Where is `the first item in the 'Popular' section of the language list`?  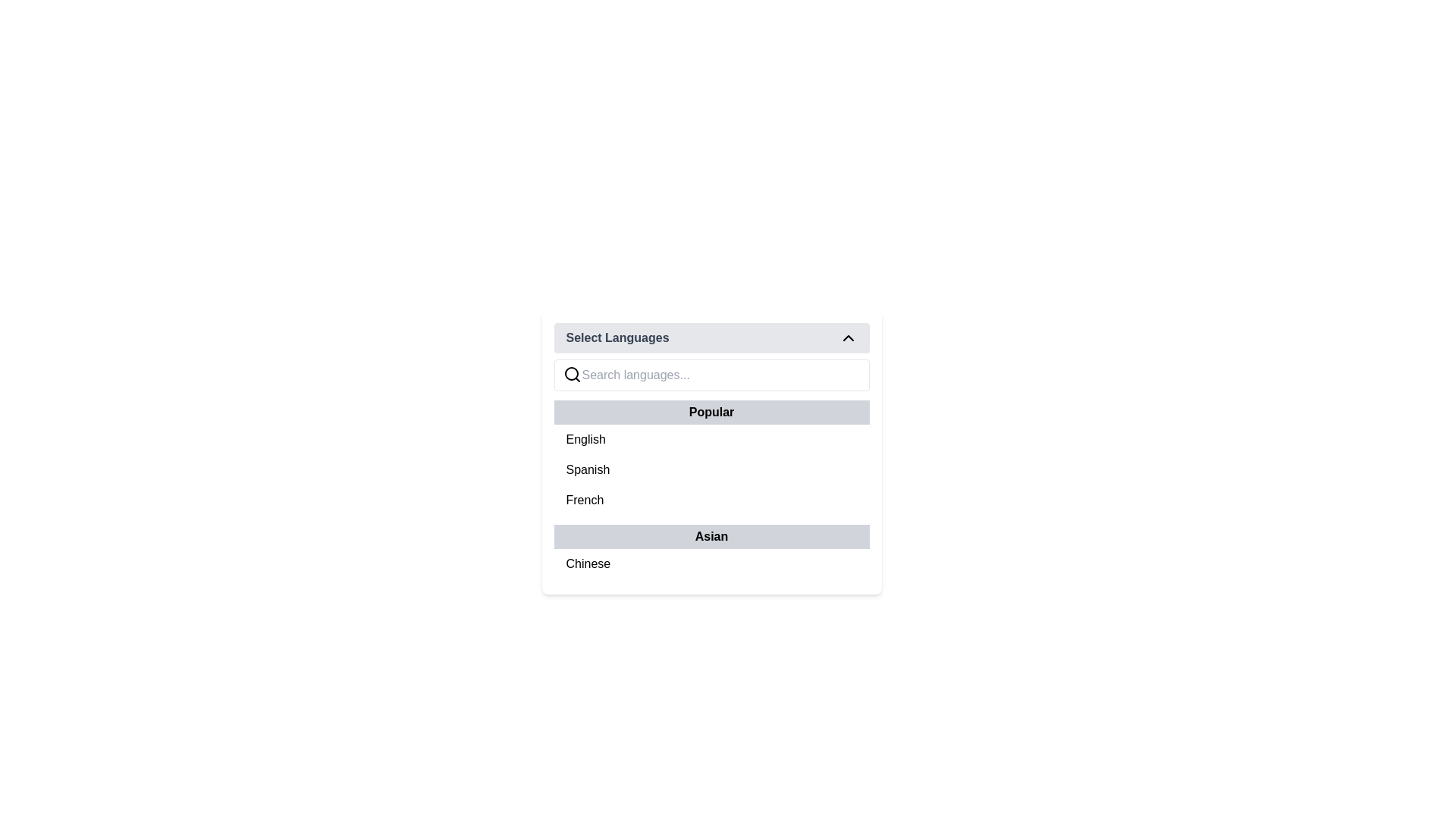 the first item in the 'Popular' section of the language list is located at coordinates (711, 439).